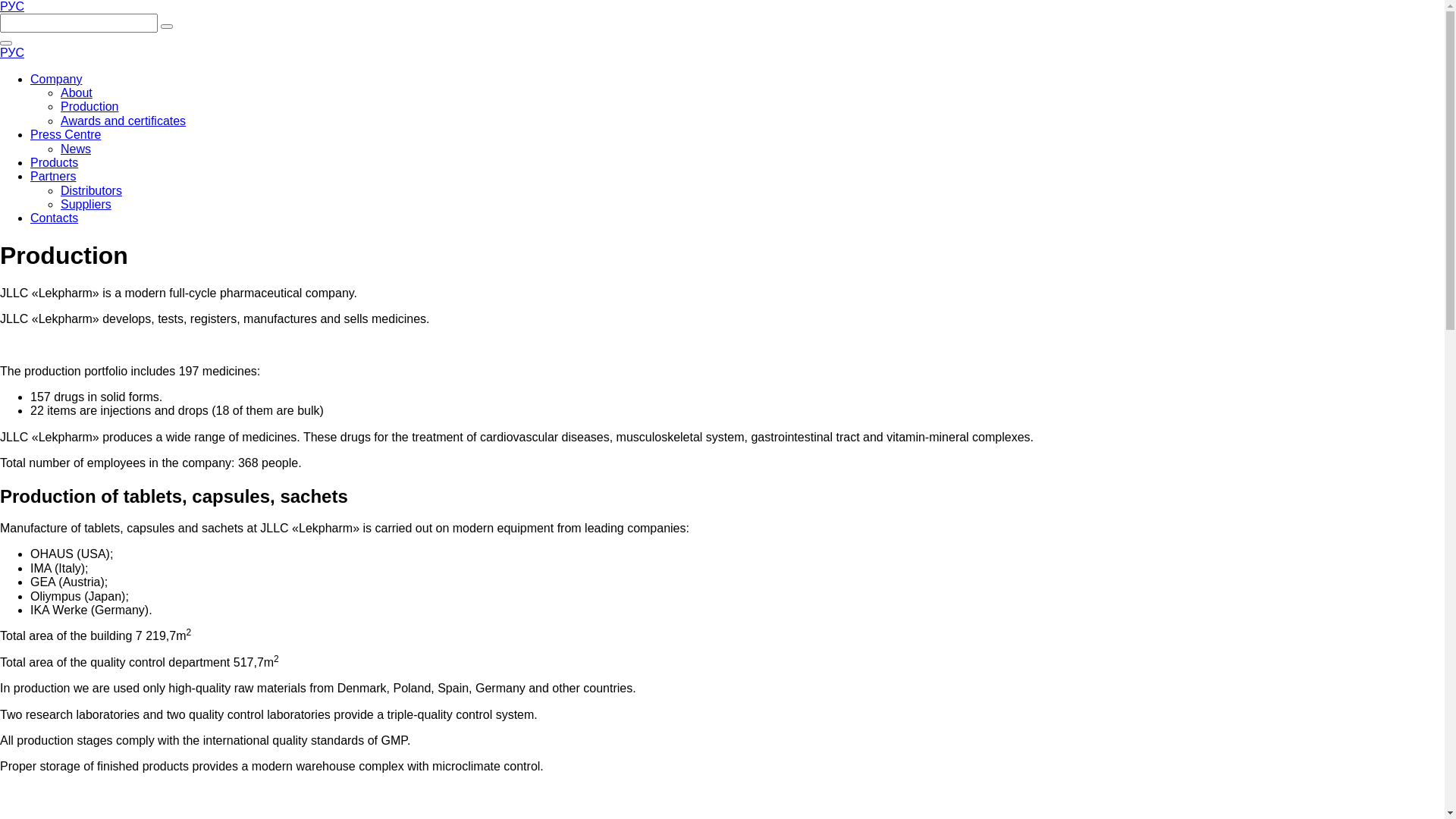  Describe the element at coordinates (75, 93) in the screenshot. I see `'About'` at that location.